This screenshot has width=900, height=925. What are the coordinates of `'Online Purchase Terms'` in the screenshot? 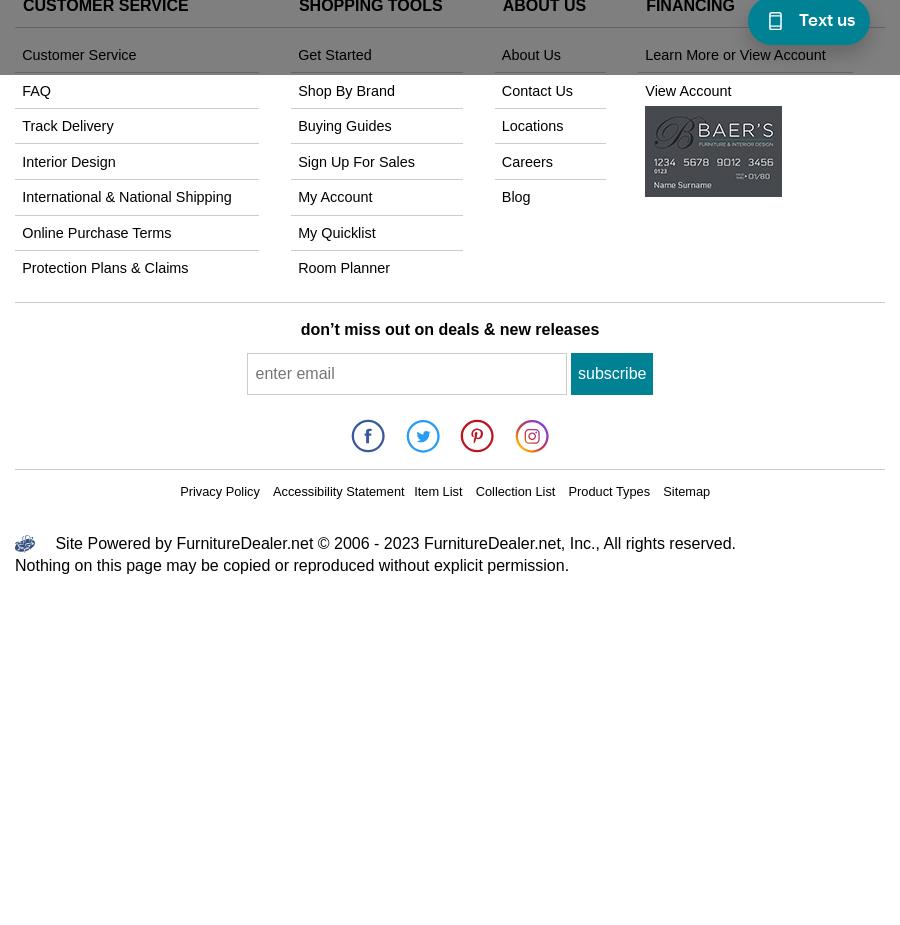 It's located at (95, 230).